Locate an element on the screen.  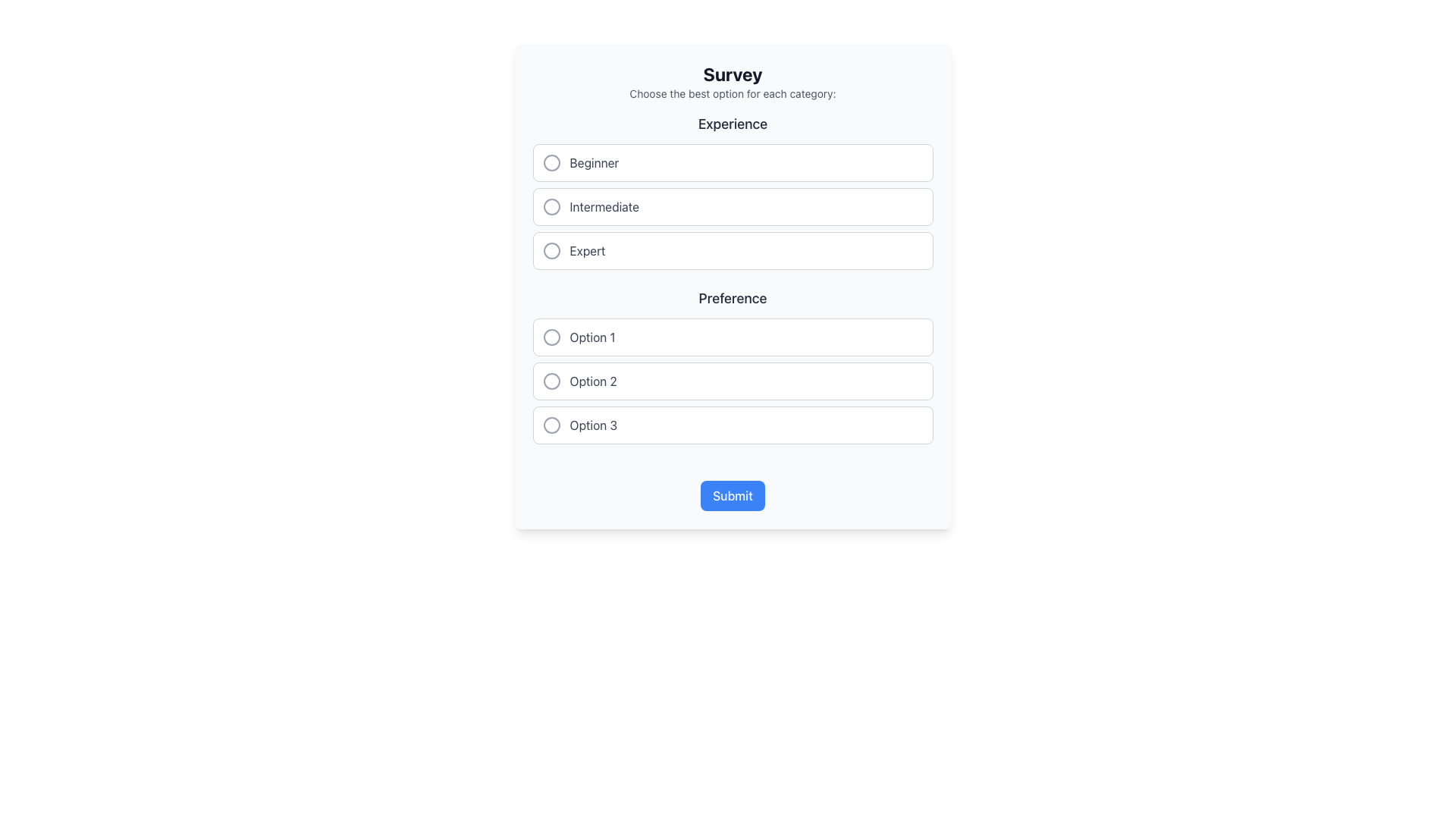
the Circle SVG element of the second radio button labeled 'Option 2' is located at coordinates (551, 380).